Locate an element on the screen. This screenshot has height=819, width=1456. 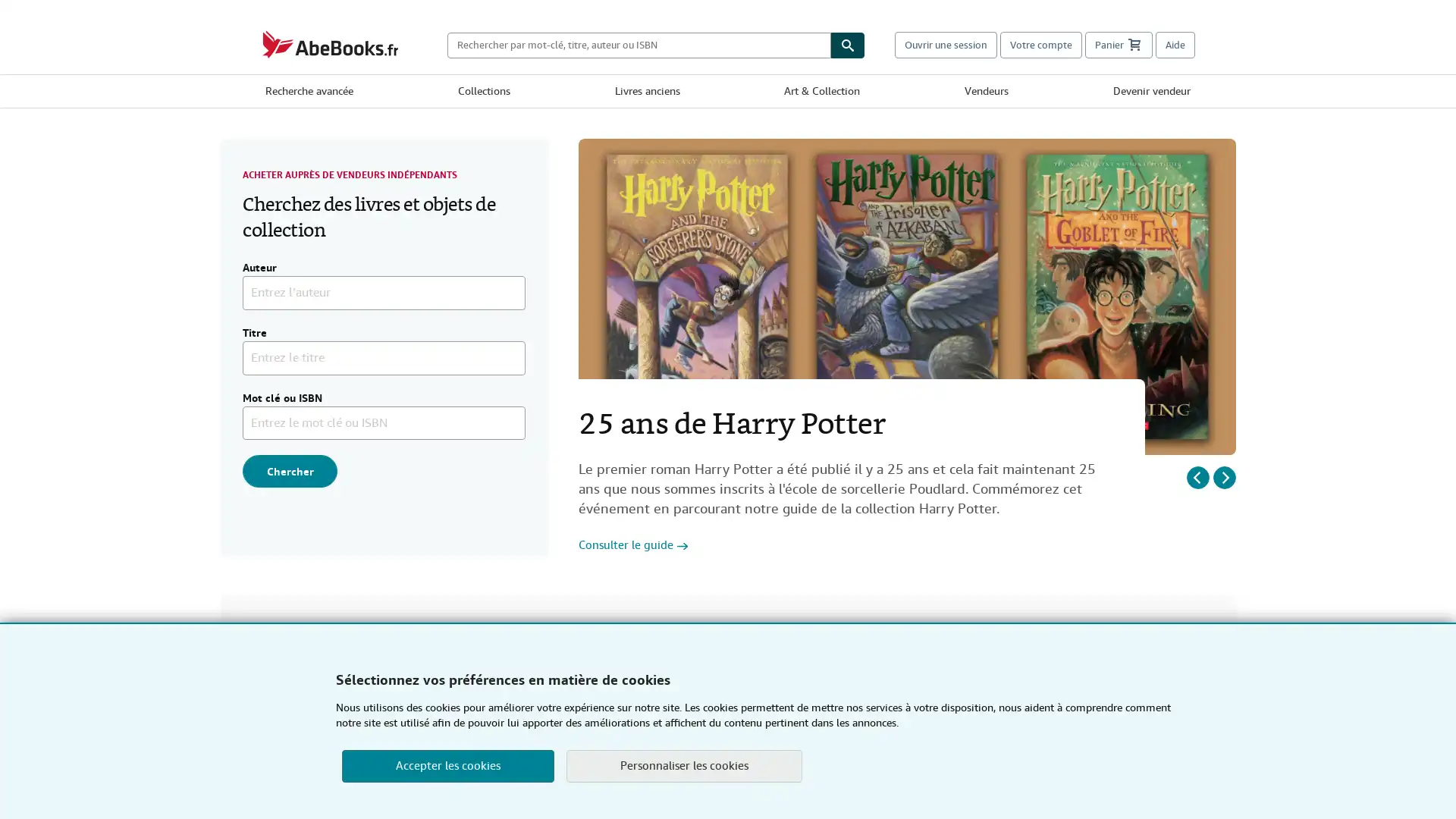
Previous is located at coordinates (1197, 475).